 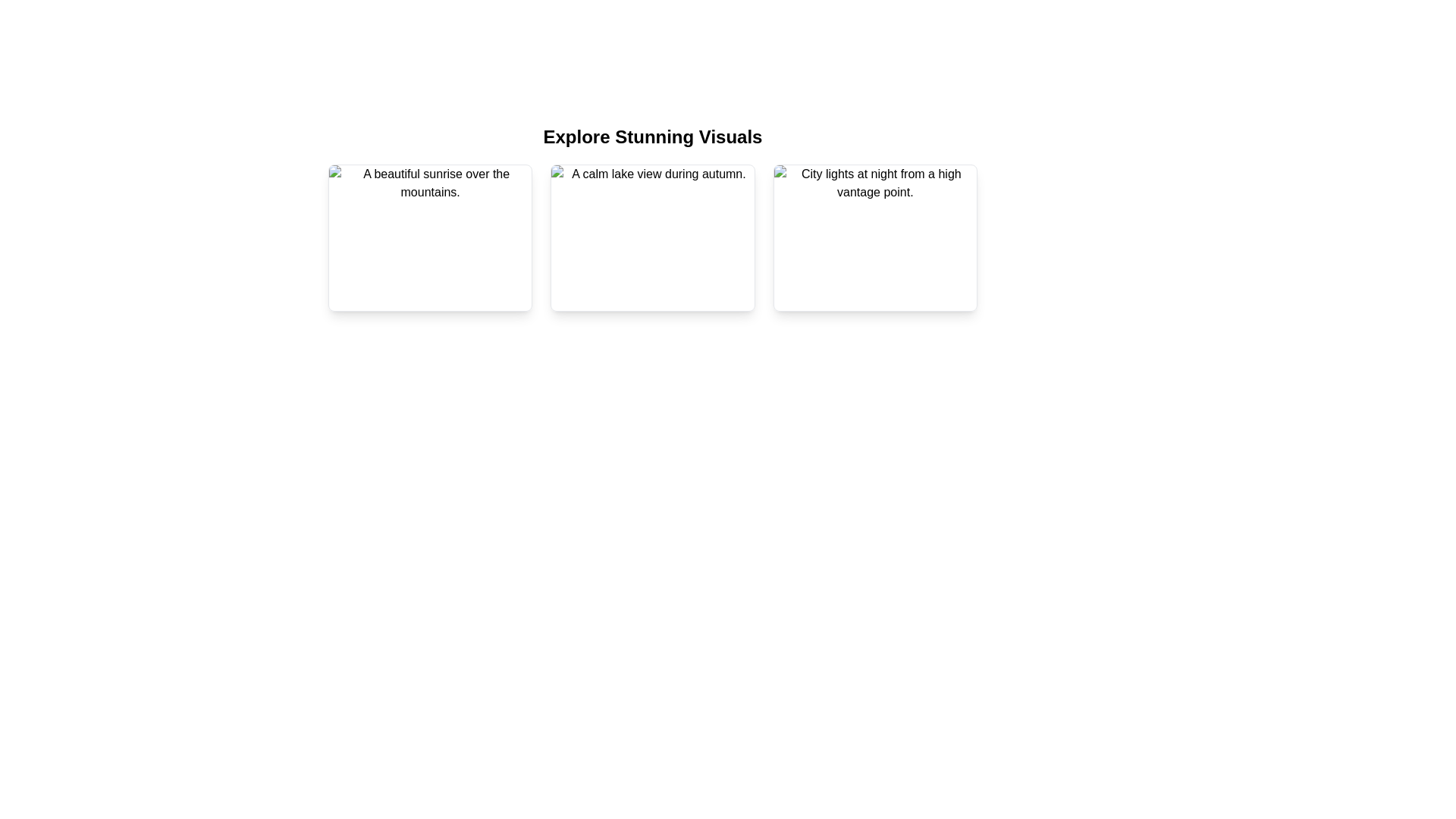 I want to click on the leftmost button that initiates the zoom-in function, so click(x=573, y=294).